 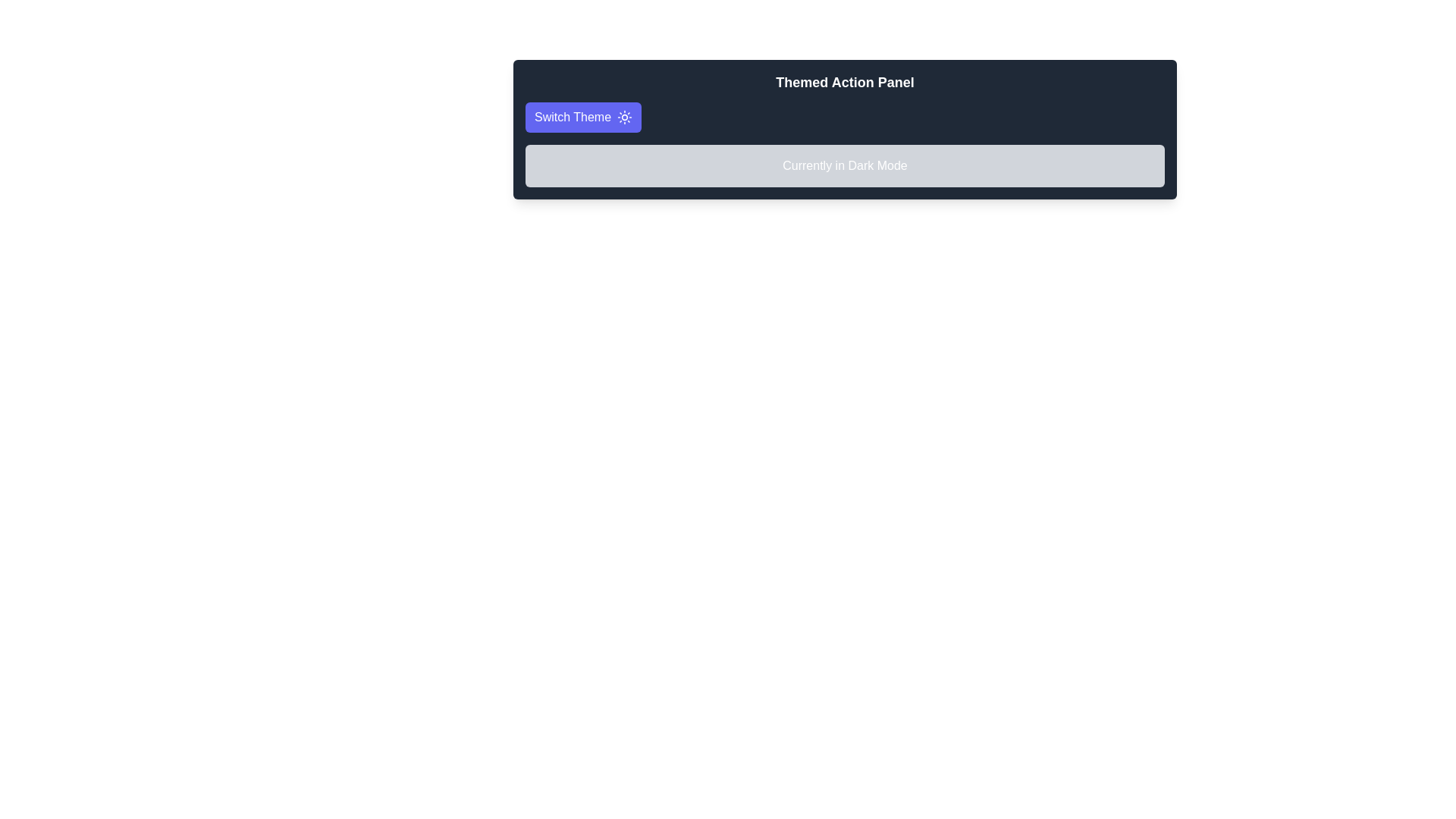 What do you see at coordinates (625, 116) in the screenshot?
I see `the sun icon located at the right end of the 'Switch Theme' button` at bounding box center [625, 116].